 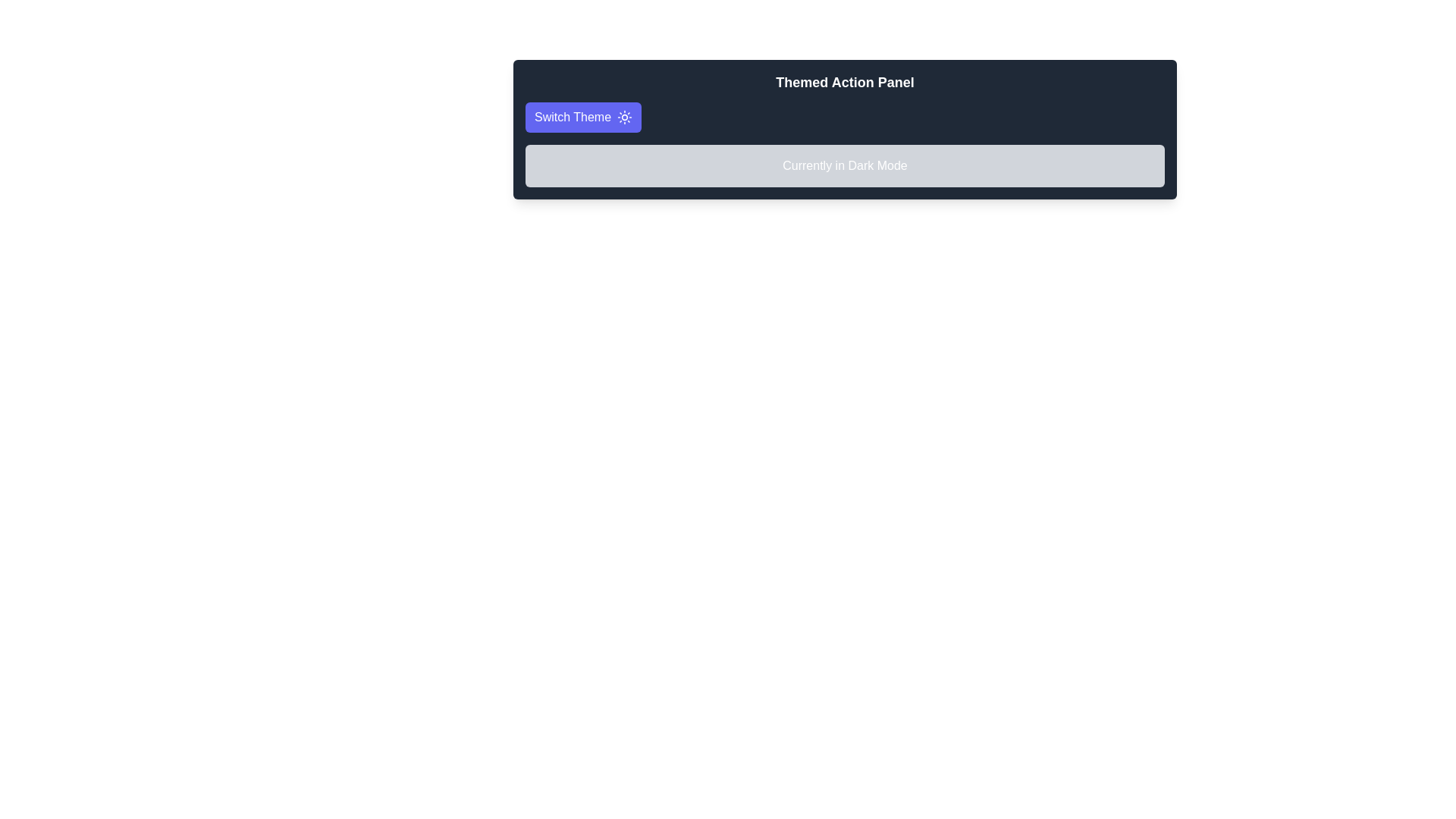 What do you see at coordinates (625, 116) in the screenshot?
I see `the sun icon located at the right end of the 'Switch Theme' button` at bounding box center [625, 116].